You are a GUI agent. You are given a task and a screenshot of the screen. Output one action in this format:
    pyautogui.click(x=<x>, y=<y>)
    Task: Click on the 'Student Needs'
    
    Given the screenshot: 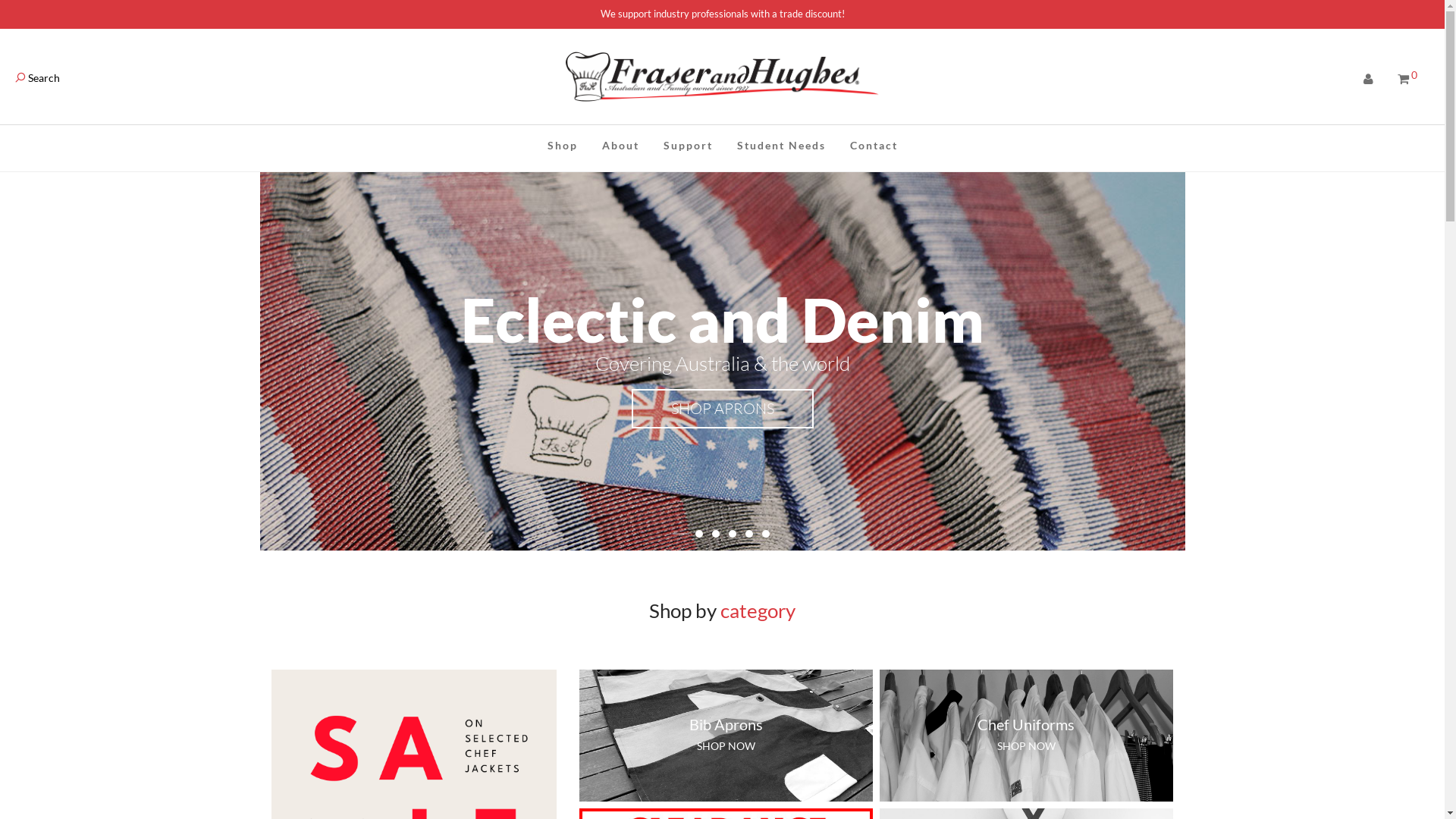 What is the action you would take?
    pyautogui.click(x=781, y=145)
    